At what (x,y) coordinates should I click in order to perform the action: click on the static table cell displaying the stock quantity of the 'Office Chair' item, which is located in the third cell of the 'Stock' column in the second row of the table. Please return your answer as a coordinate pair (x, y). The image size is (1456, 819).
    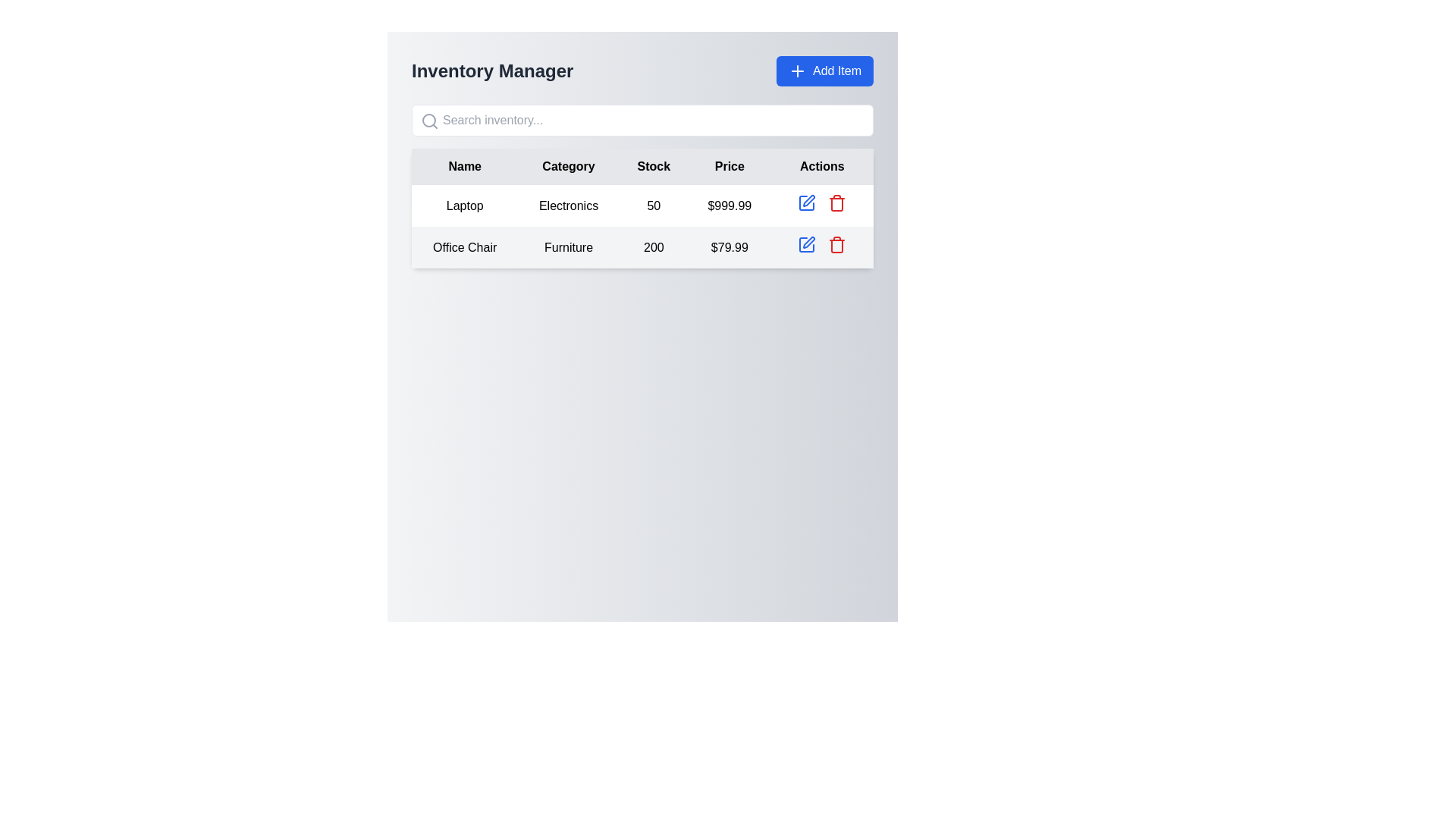
    Looking at the image, I should click on (654, 246).